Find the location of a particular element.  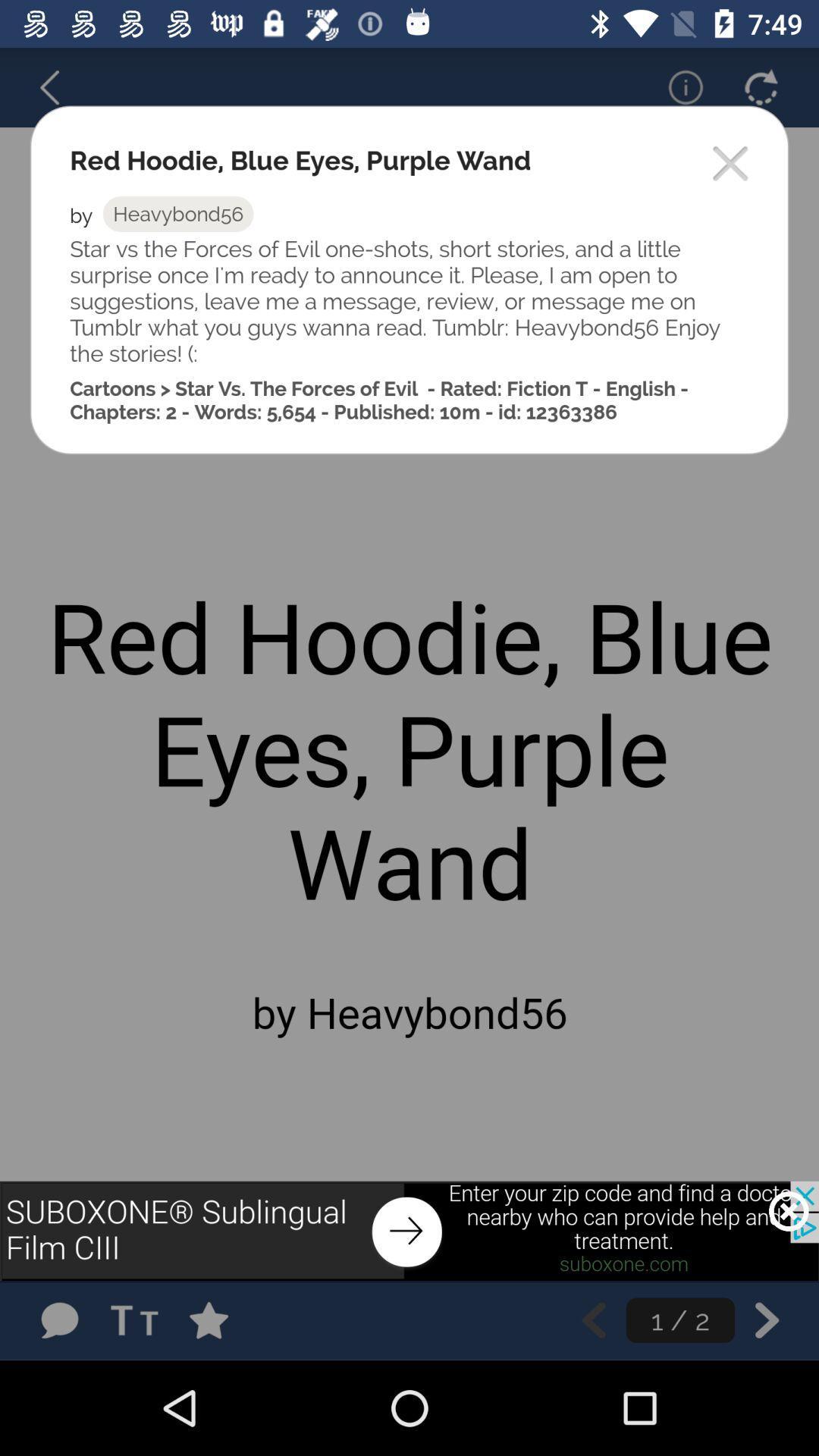

text is located at coordinates (139, 1319).